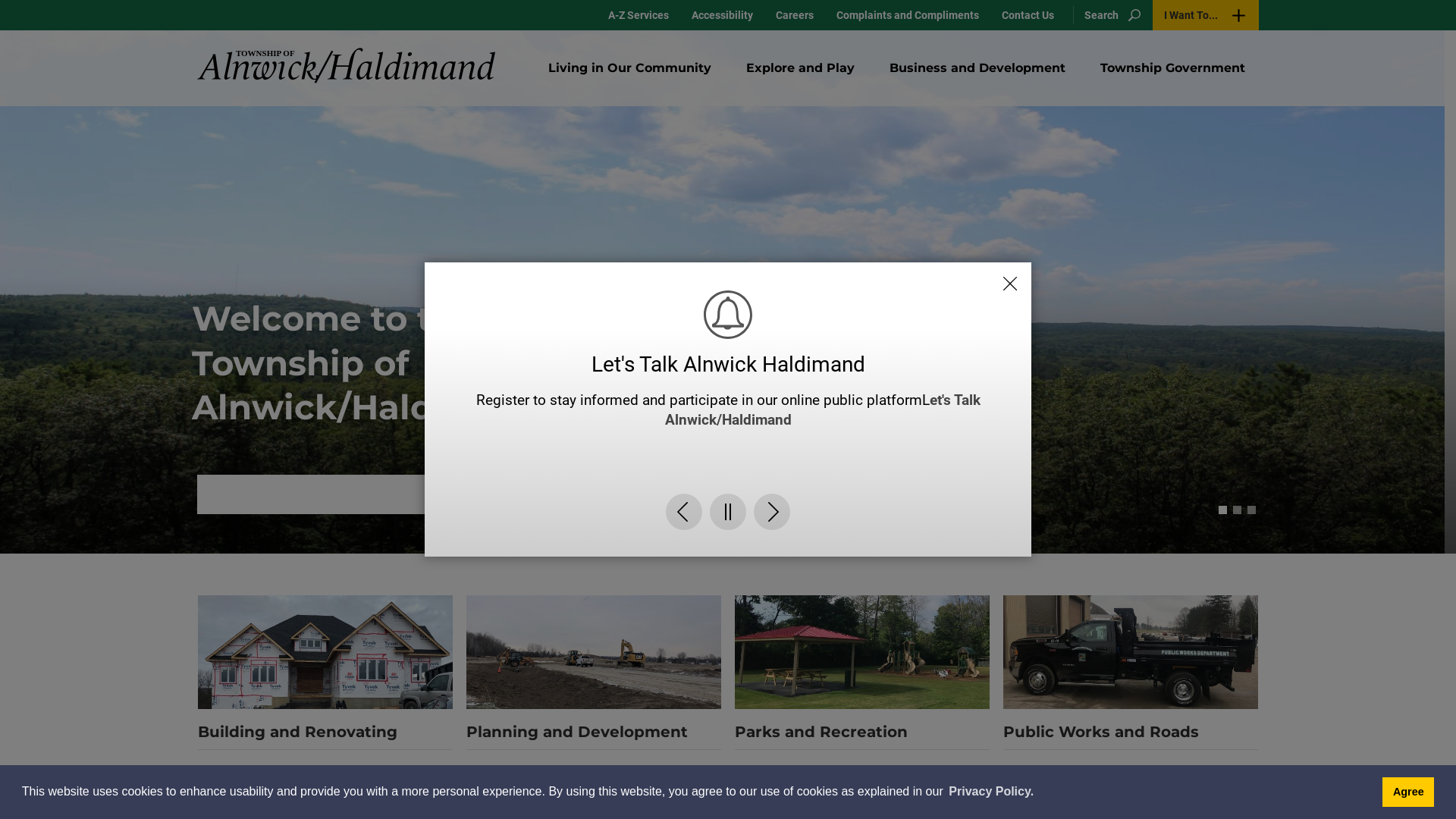  I want to click on 'Careers', so click(764, 14).